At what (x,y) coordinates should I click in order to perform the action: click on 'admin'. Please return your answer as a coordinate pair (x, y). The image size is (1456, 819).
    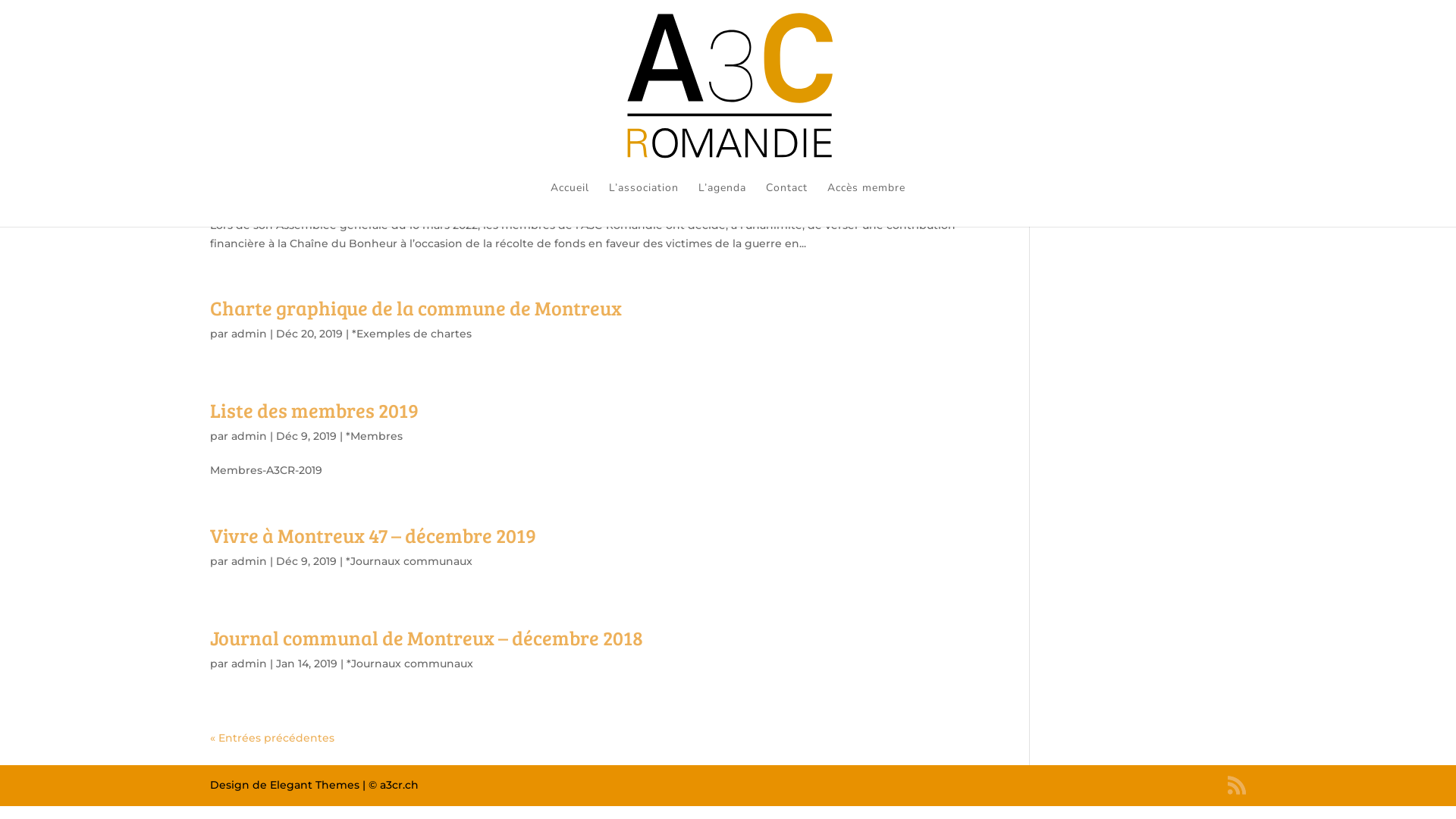
    Looking at the image, I should click on (249, 435).